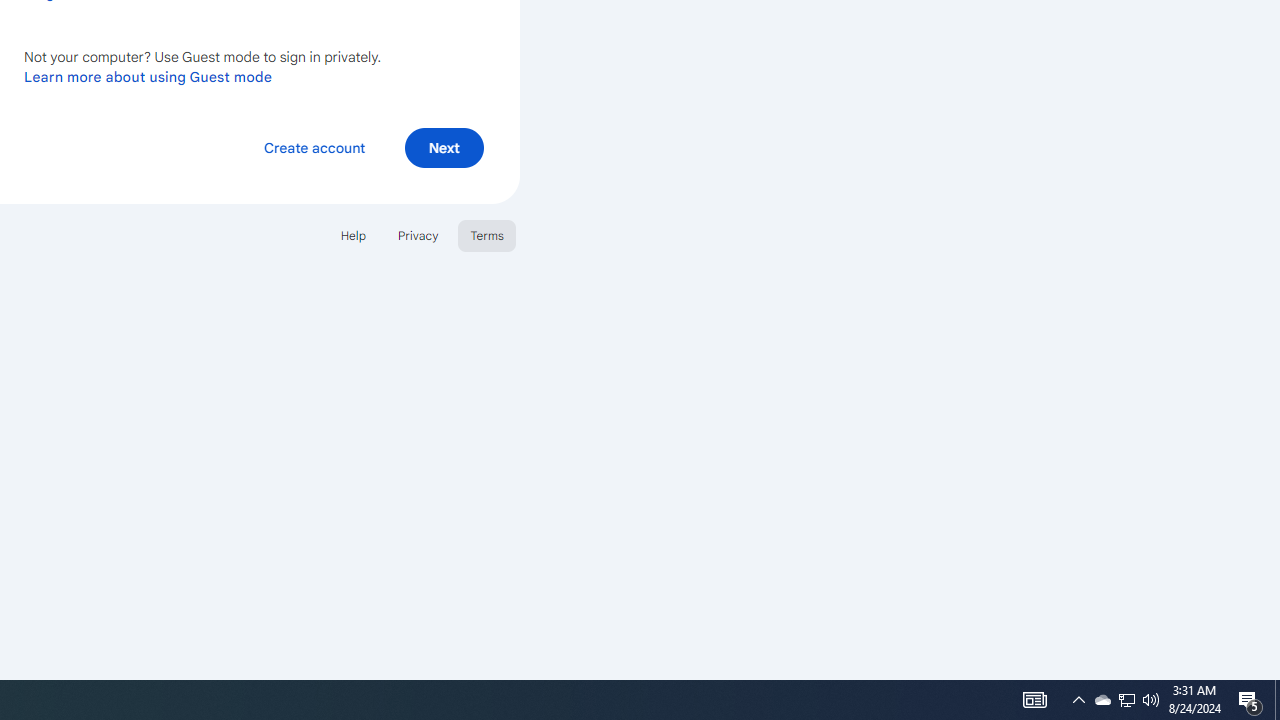  I want to click on 'Next', so click(443, 146).